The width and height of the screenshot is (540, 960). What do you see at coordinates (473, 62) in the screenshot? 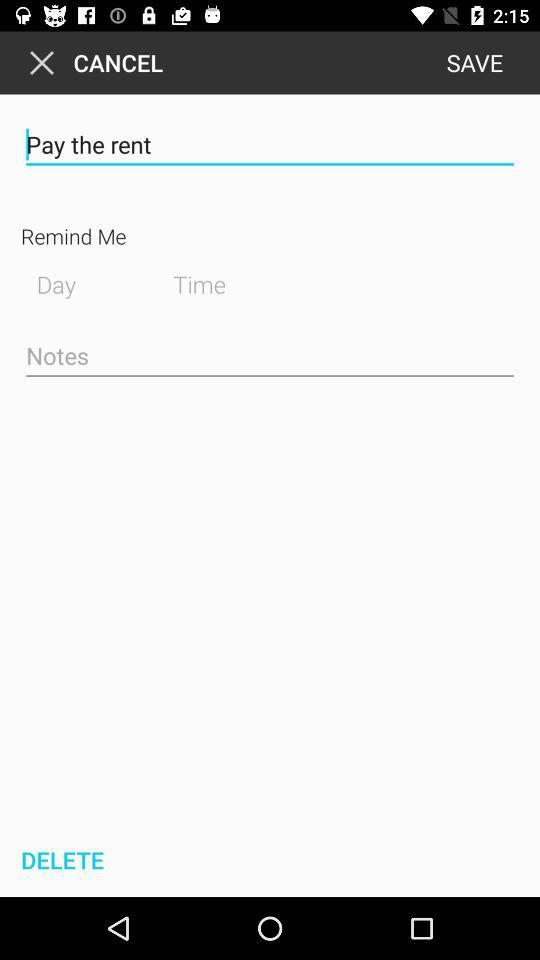
I see `the icon next to the cancel item` at bounding box center [473, 62].